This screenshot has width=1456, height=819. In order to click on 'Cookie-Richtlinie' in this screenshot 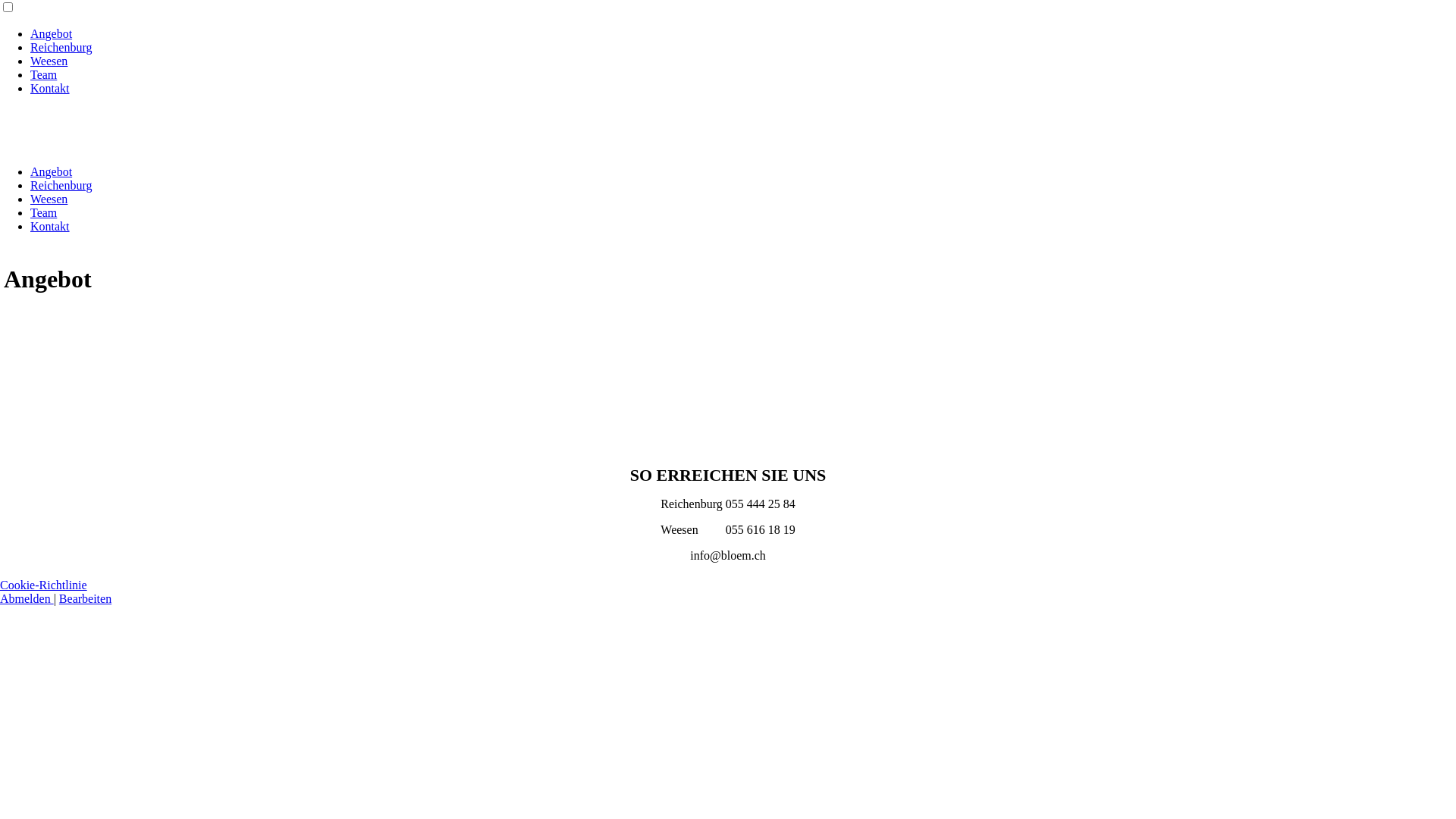, I will do `click(43, 584)`.